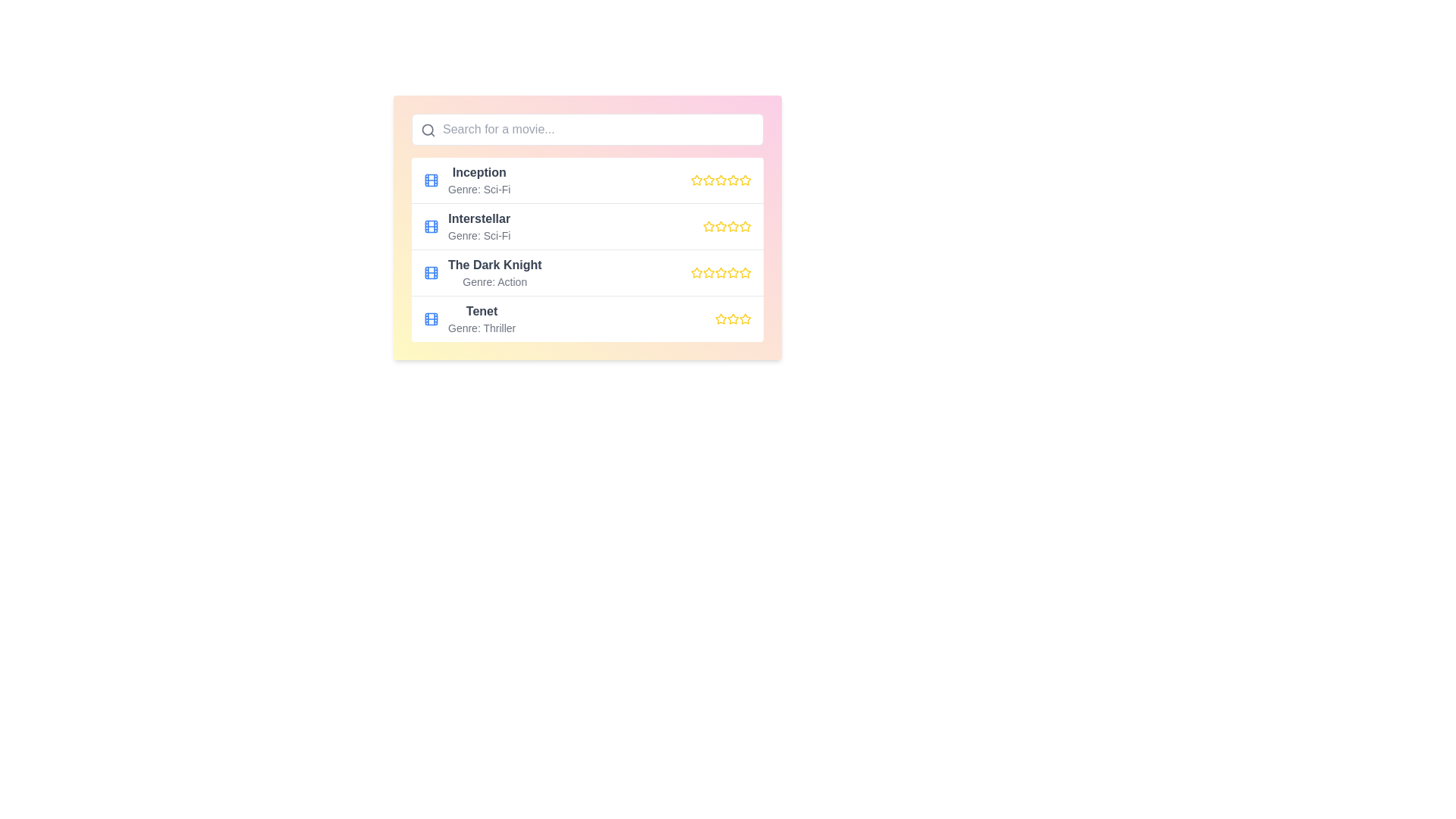  Describe the element at coordinates (695, 180) in the screenshot. I see `the yellow star-shaped icon representing the first rating star for the movie 'Inception'` at that location.